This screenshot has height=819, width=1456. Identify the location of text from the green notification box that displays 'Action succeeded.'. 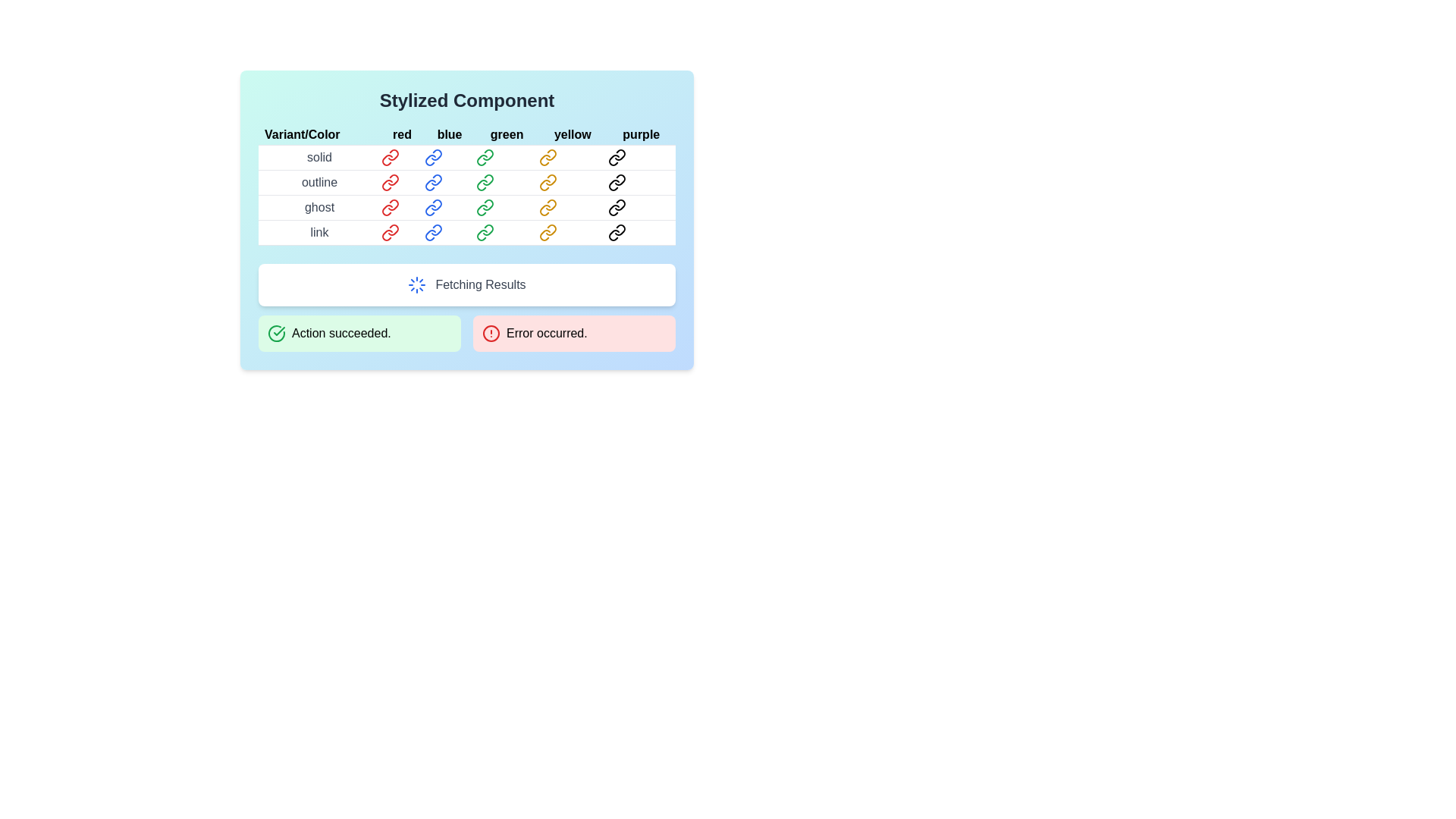
(359, 332).